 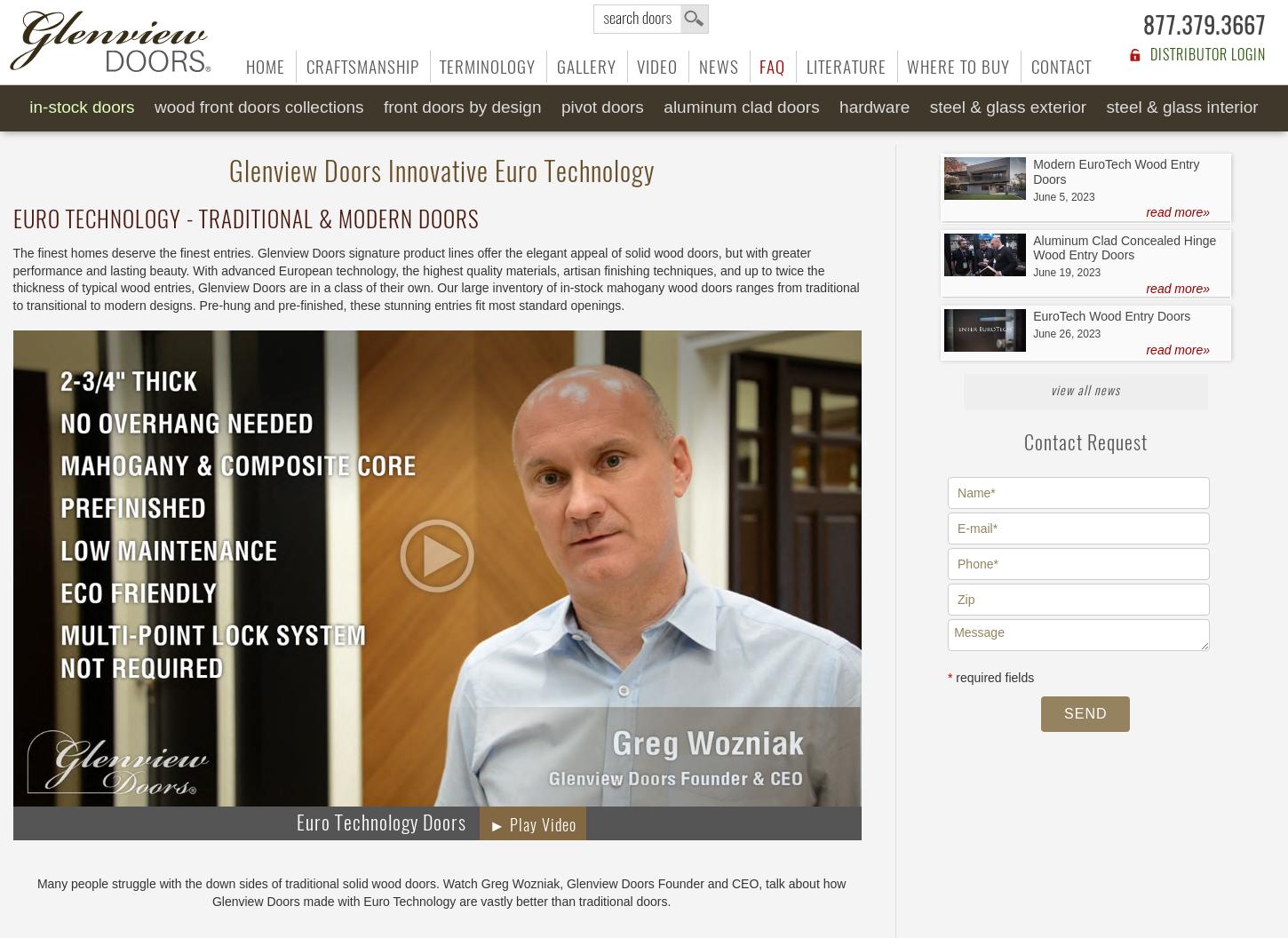 I want to click on 'Sliding Barn', so click(x=954, y=187).